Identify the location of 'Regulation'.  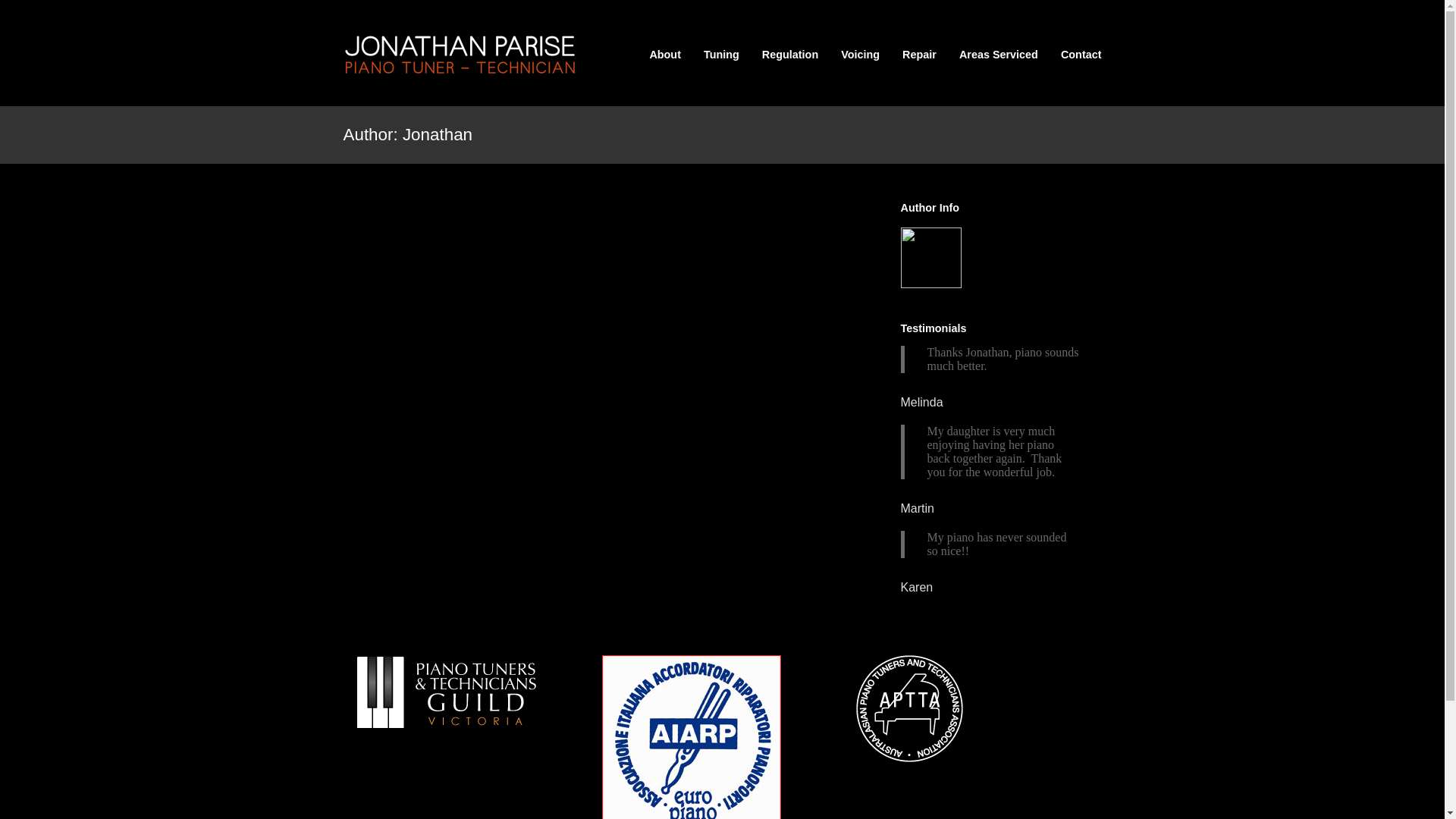
(789, 54).